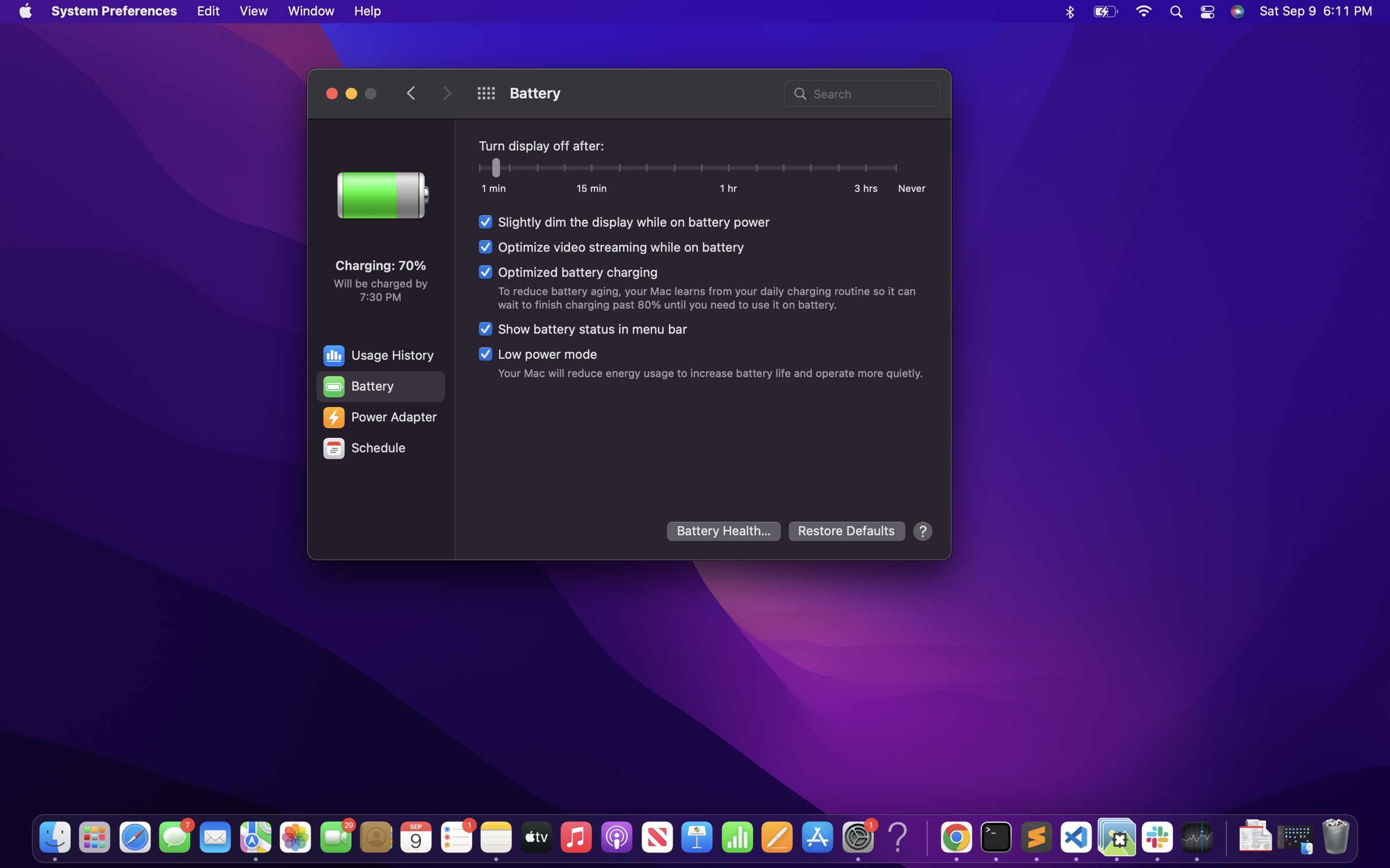 This screenshot has height=868, width=1390. What do you see at coordinates (611, 245) in the screenshot?
I see `Boost video streaming quality when running on battery power` at bounding box center [611, 245].